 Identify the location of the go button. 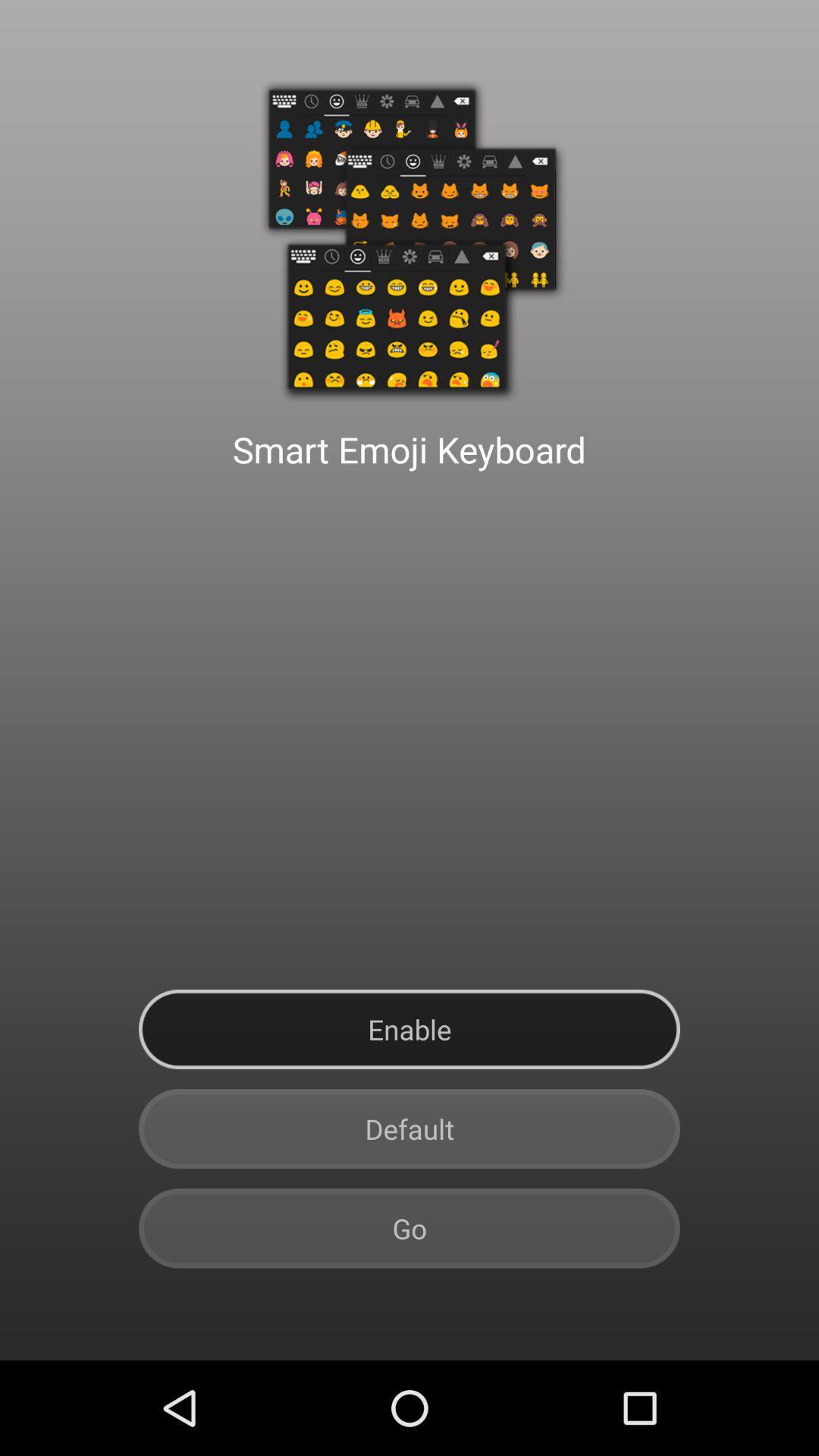
(409, 1228).